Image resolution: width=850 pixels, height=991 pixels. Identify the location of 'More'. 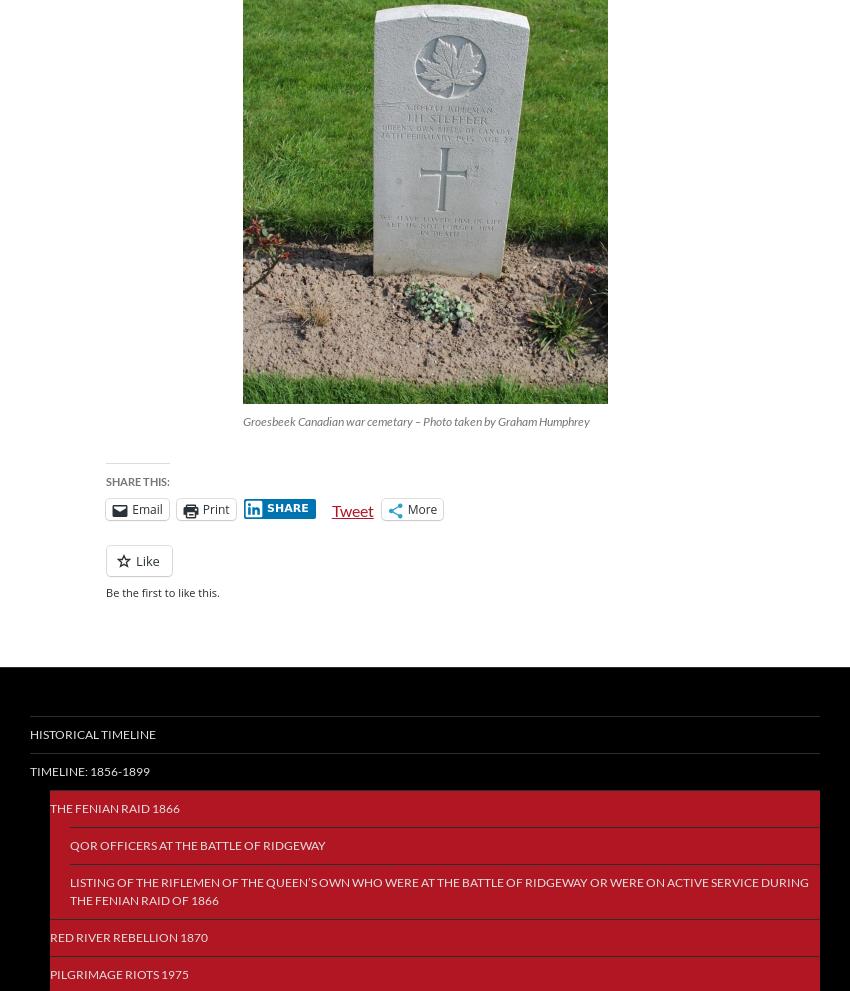
(422, 509).